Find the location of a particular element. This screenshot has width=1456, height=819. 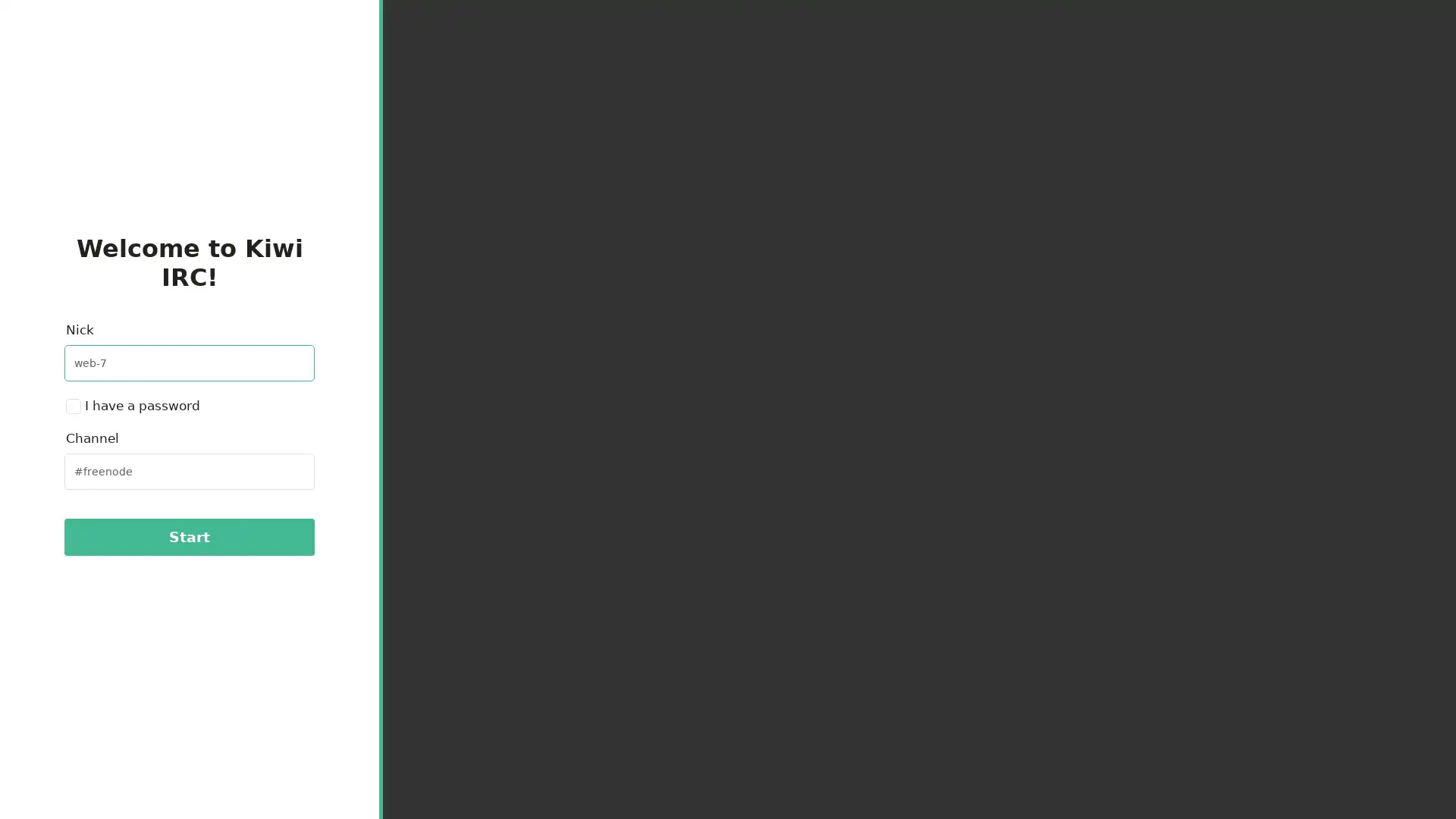

Start is located at coordinates (188, 536).